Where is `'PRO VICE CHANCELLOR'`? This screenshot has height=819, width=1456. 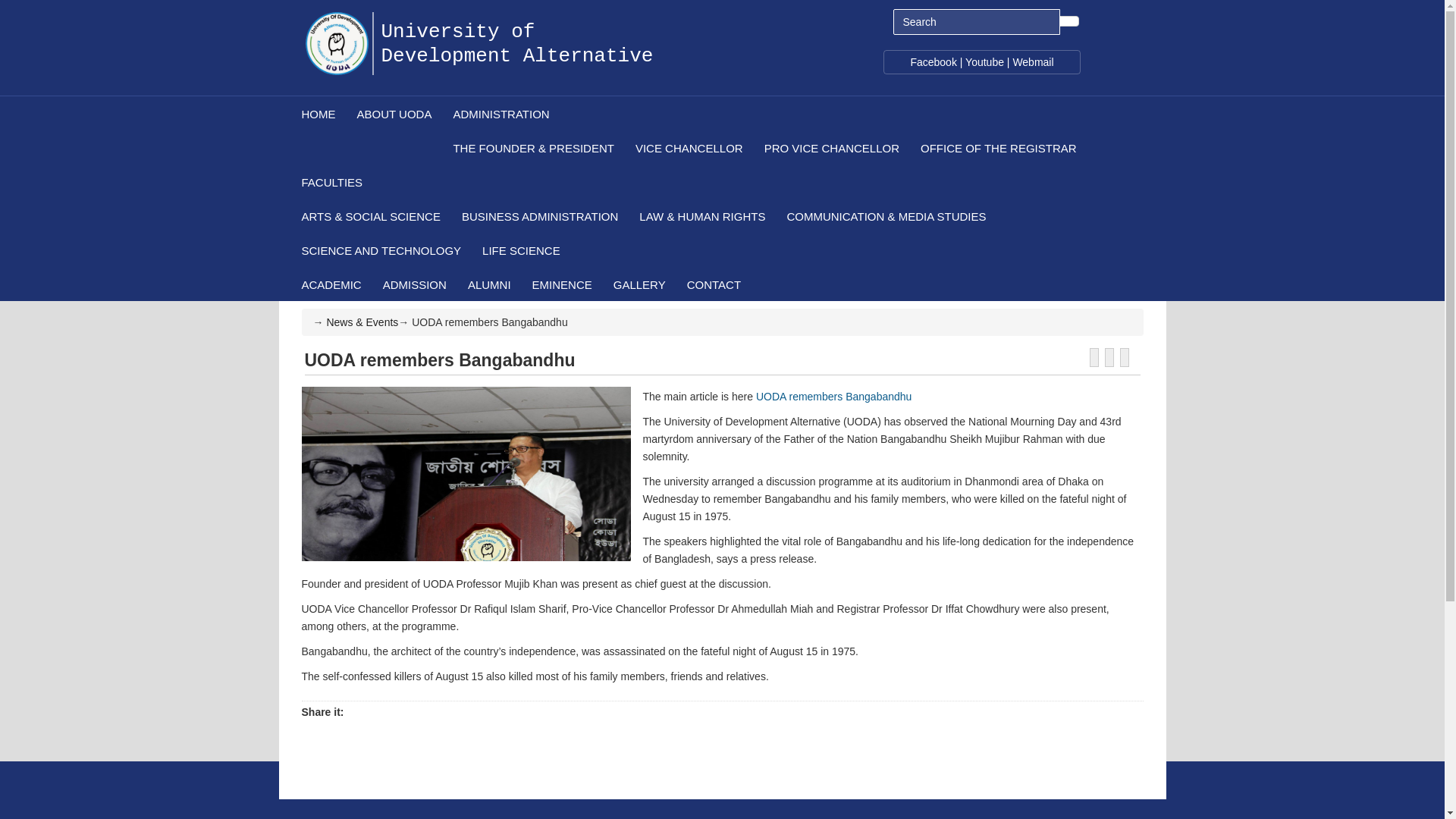 'PRO VICE CHANCELLOR' is located at coordinates (830, 147).